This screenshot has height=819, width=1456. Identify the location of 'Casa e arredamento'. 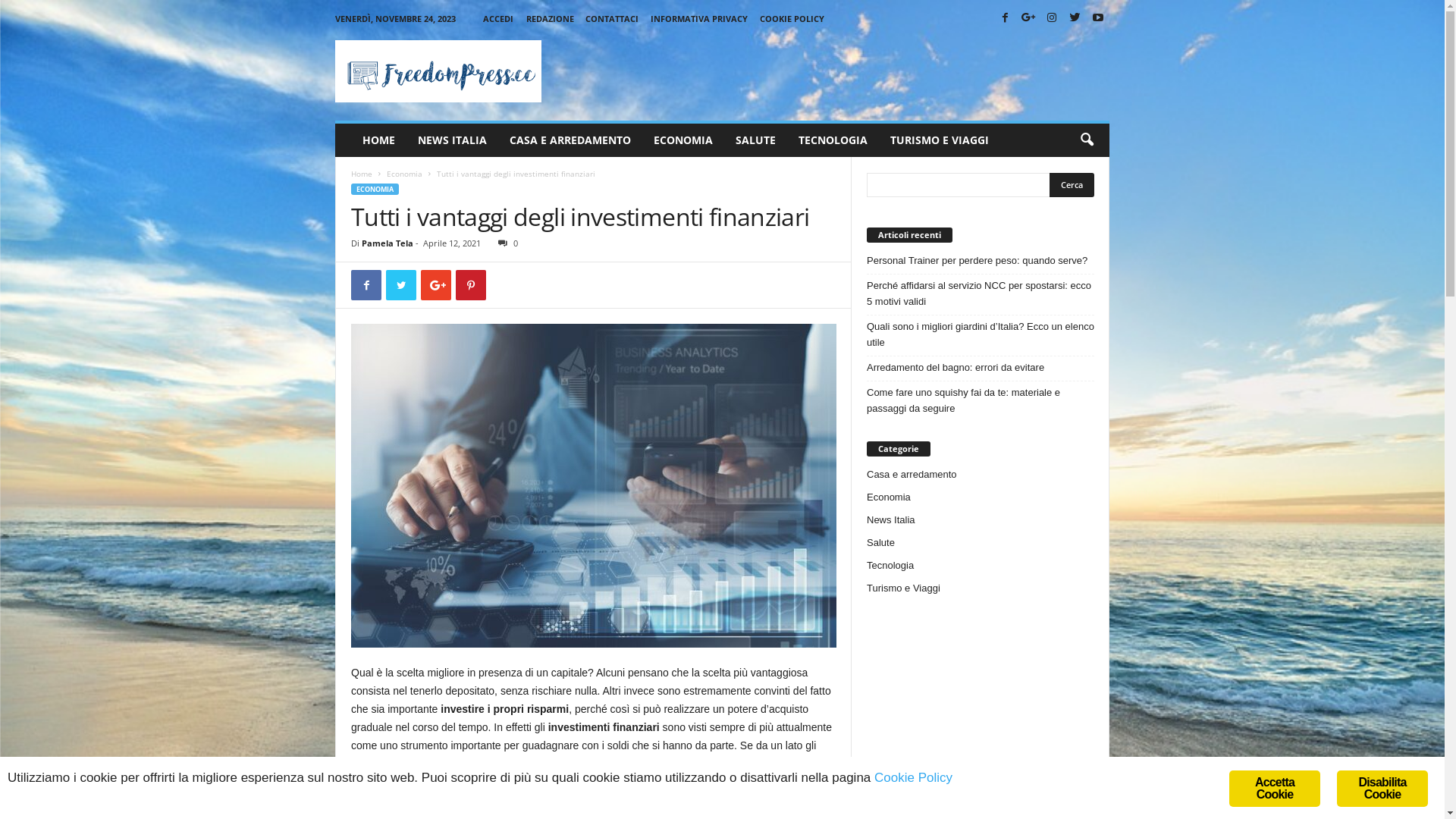
(911, 473).